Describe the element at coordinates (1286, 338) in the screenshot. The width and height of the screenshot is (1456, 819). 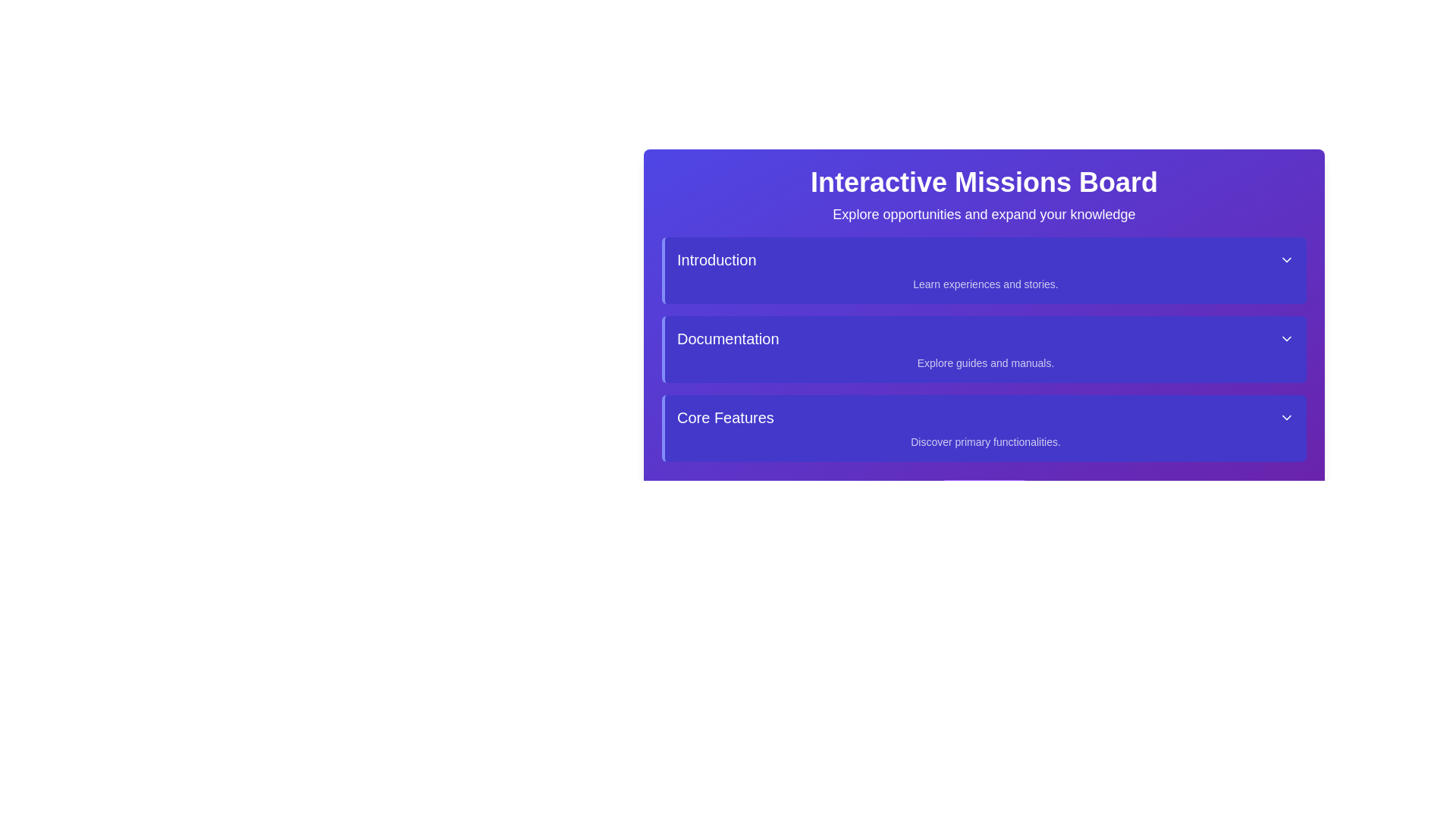
I see `the chevron icon located to the right side of the 'Documentation' section in the 'Interactive Missions Board' interface, indicating additional content can be expanded or collapsed` at that location.